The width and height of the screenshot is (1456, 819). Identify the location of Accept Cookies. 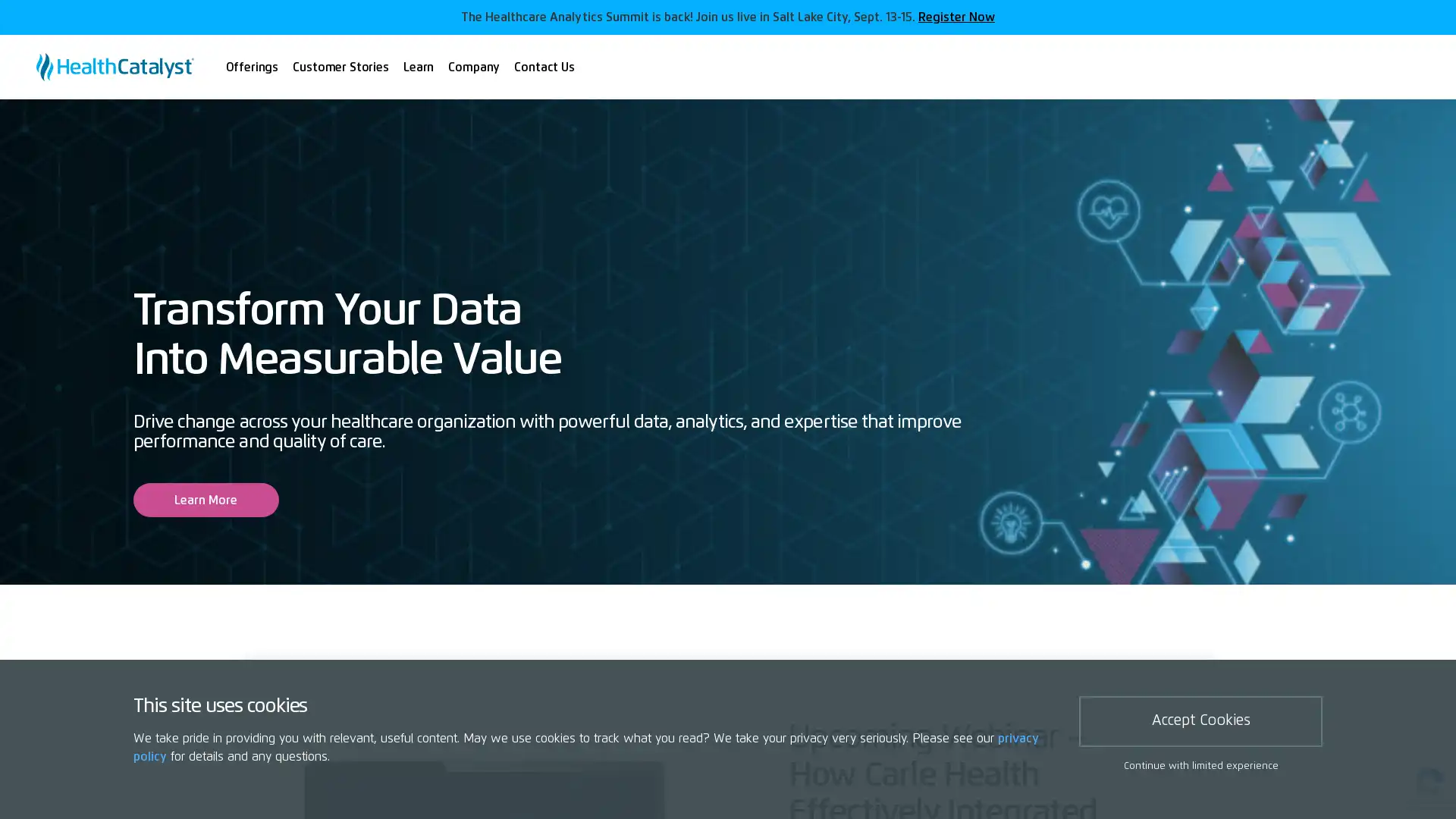
(1200, 720).